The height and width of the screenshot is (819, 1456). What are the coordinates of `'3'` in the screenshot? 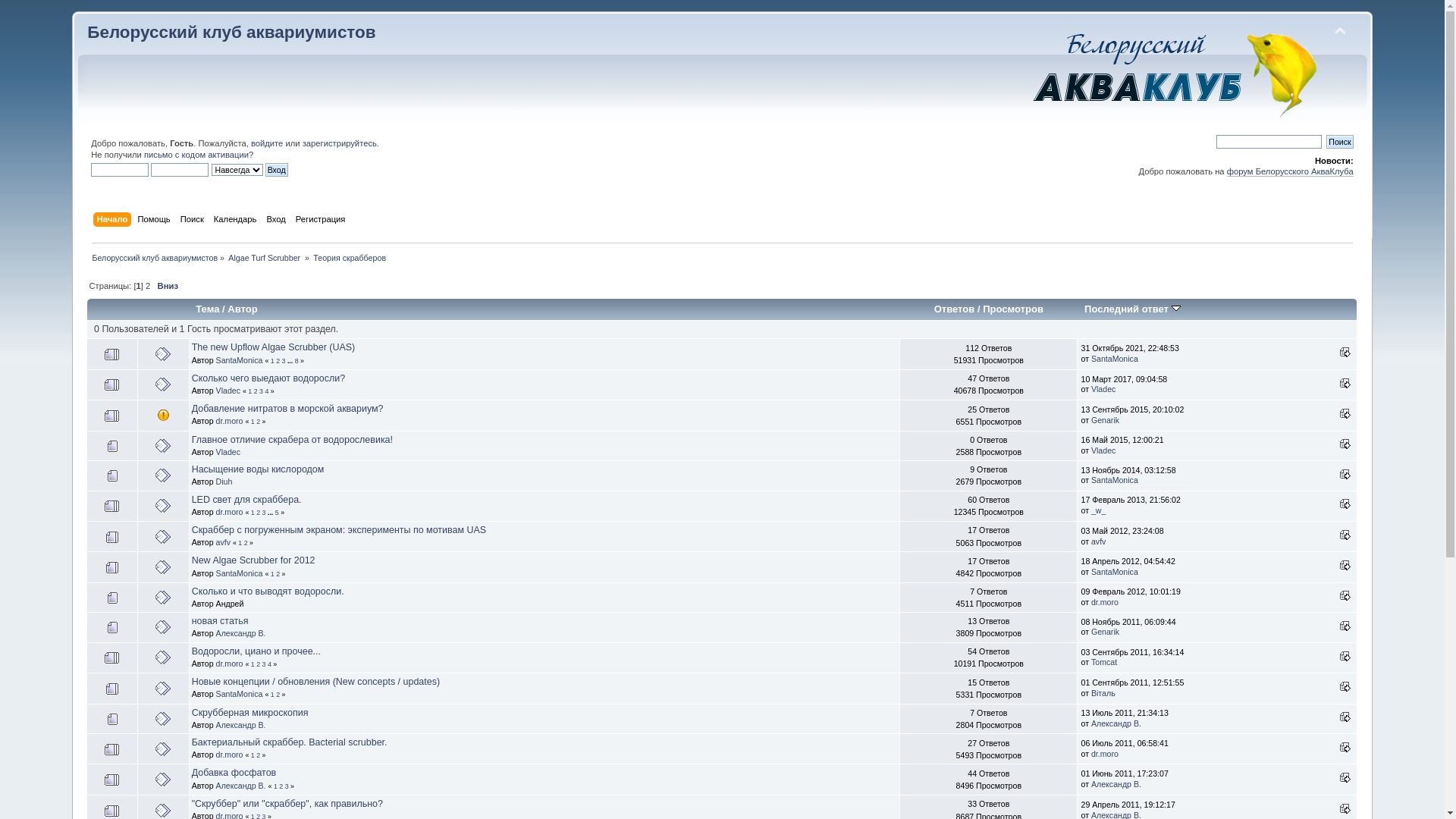 It's located at (264, 512).